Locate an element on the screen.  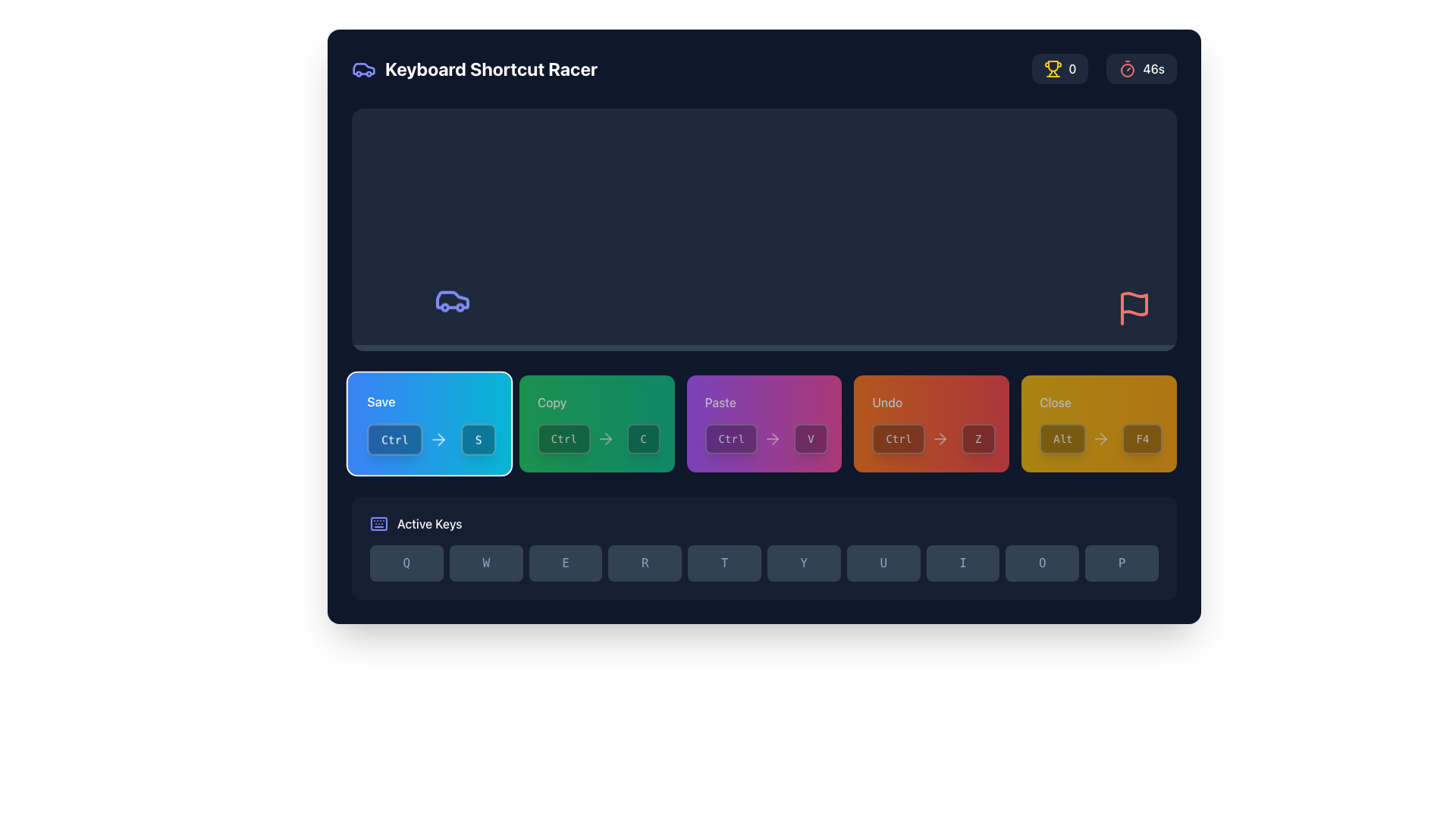
the virtual keyboard key button labeled 'I' is located at coordinates (962, 563).